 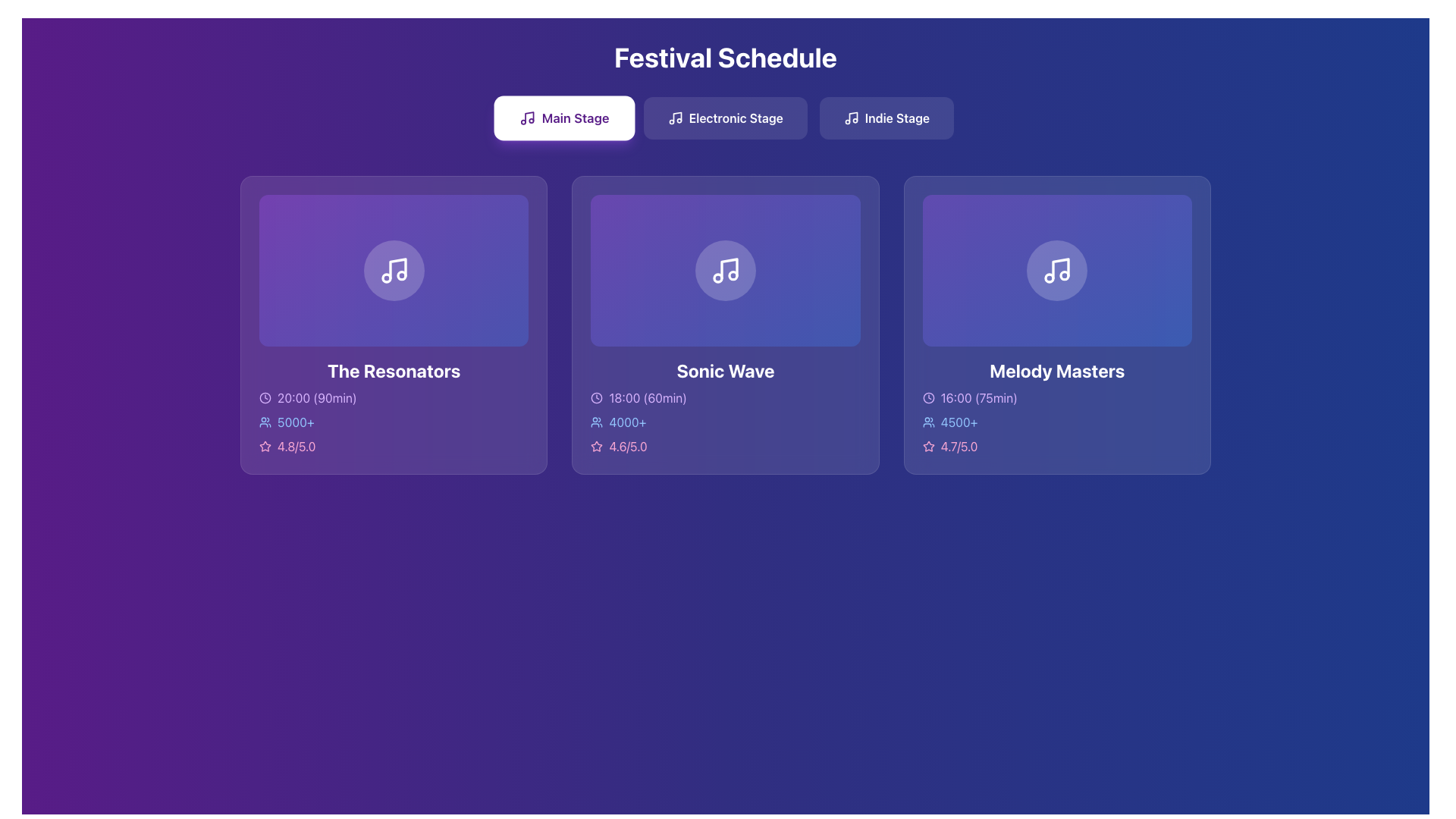 I want to click on the Decorative SVG circle that is part of the clock icon located in the additional details about the concert 'The Resonators', positioned near the time information ('20:00 (90min)'), so click(x=265, y=397).